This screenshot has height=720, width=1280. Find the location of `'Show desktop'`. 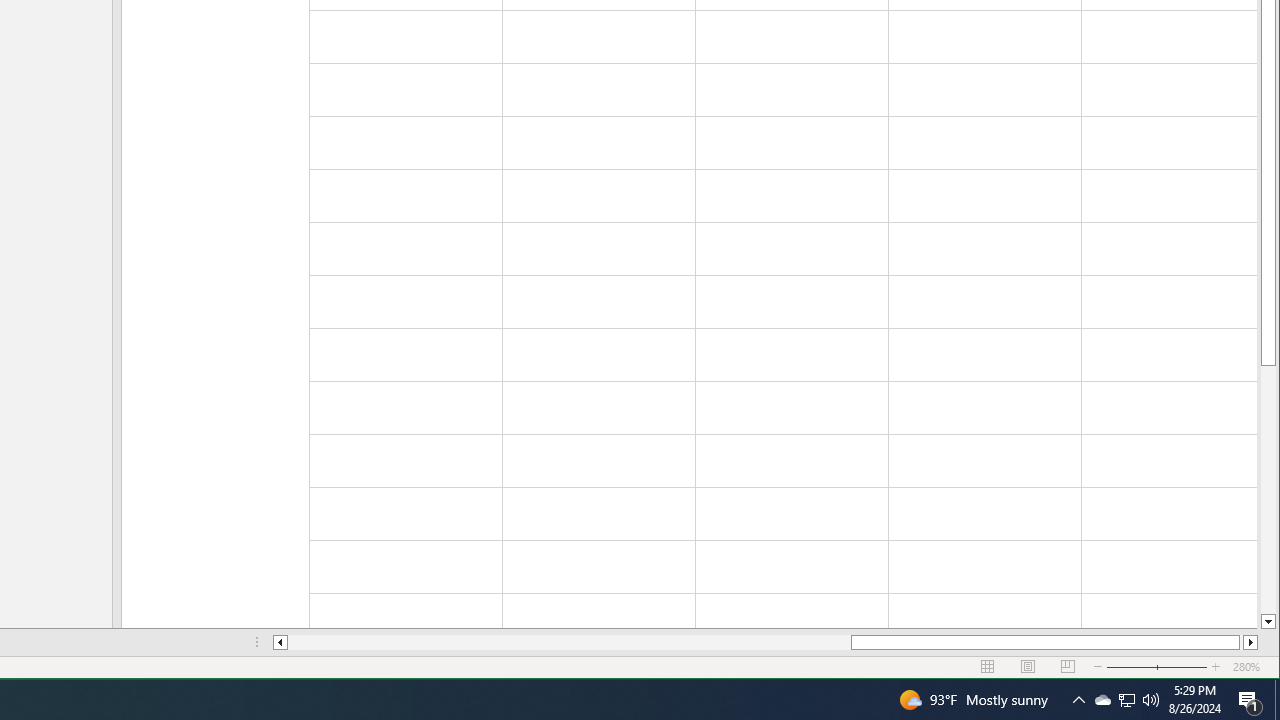

'Show desktop' is located at coordinates (1276, 698).